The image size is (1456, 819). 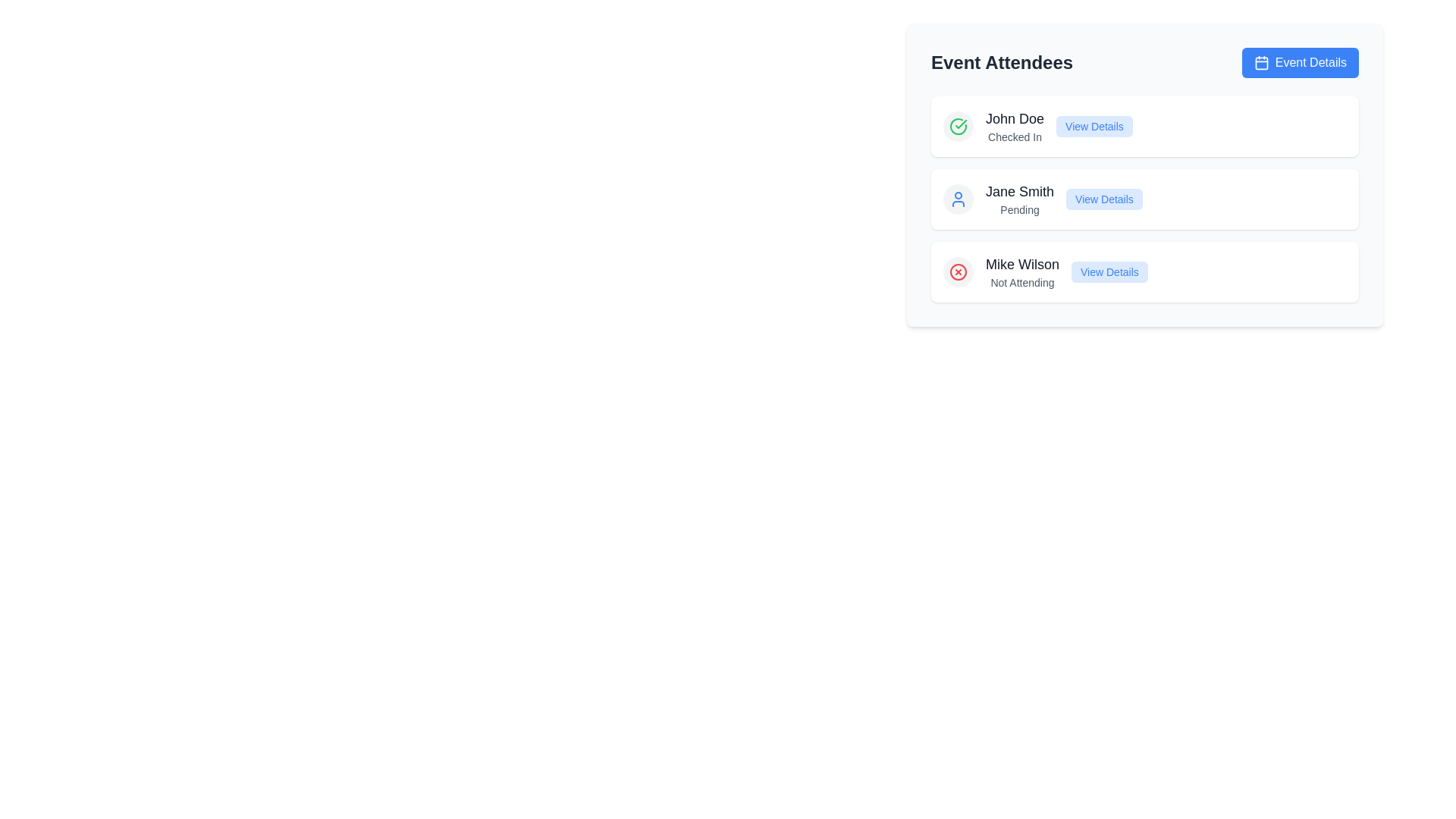 What do you see at coordinates (957, 198) in the screenshot?
I see `the circular user icon with a light gray background containing a blue user icon located on the left side of the card displaying 'Jane Smith' in the event attendees list` at bounding box center [957, 198].